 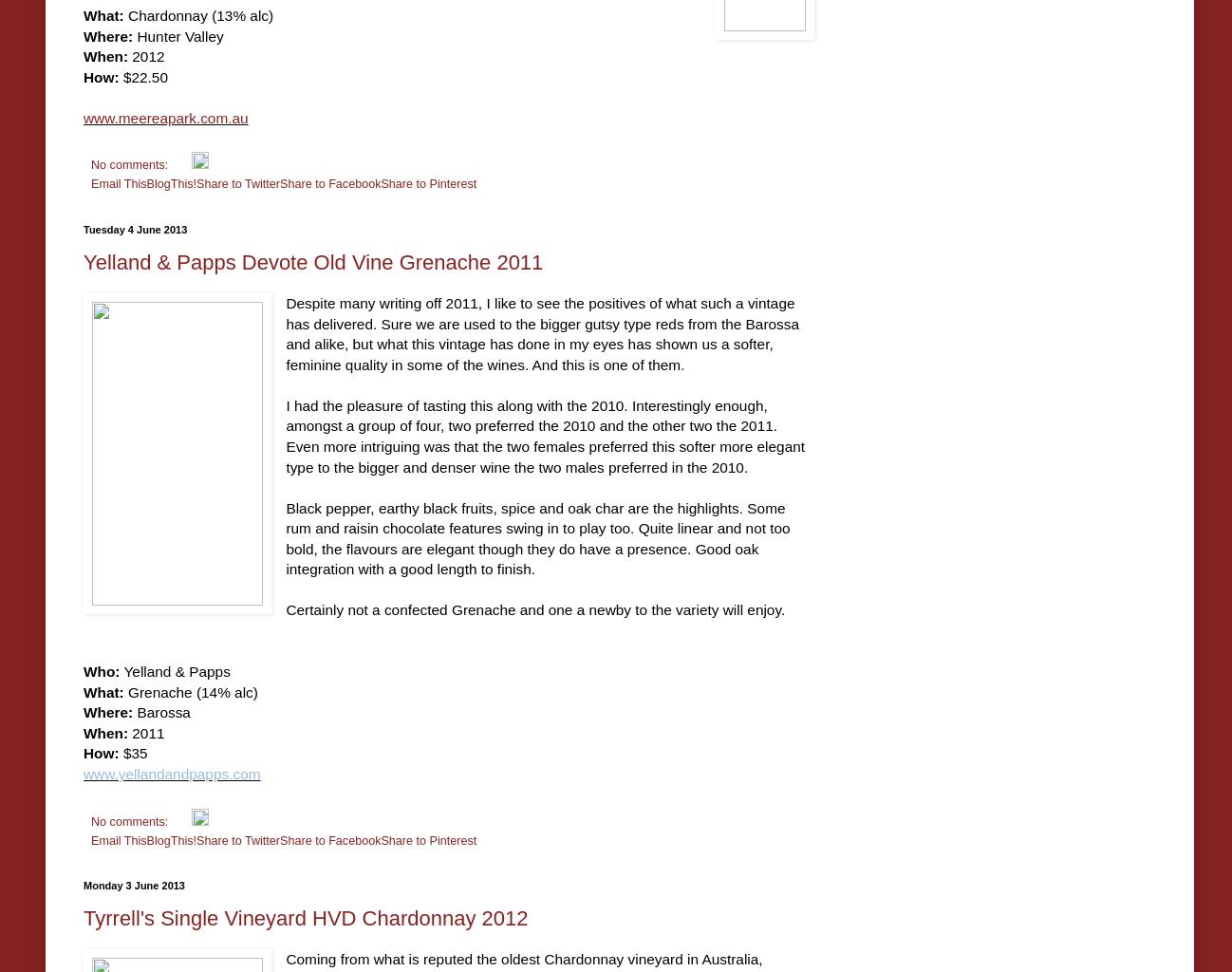 What do you see at coordinates (160, 711) in the screenshot?
I see `'Barossa'` at bounding box center [160, 711].